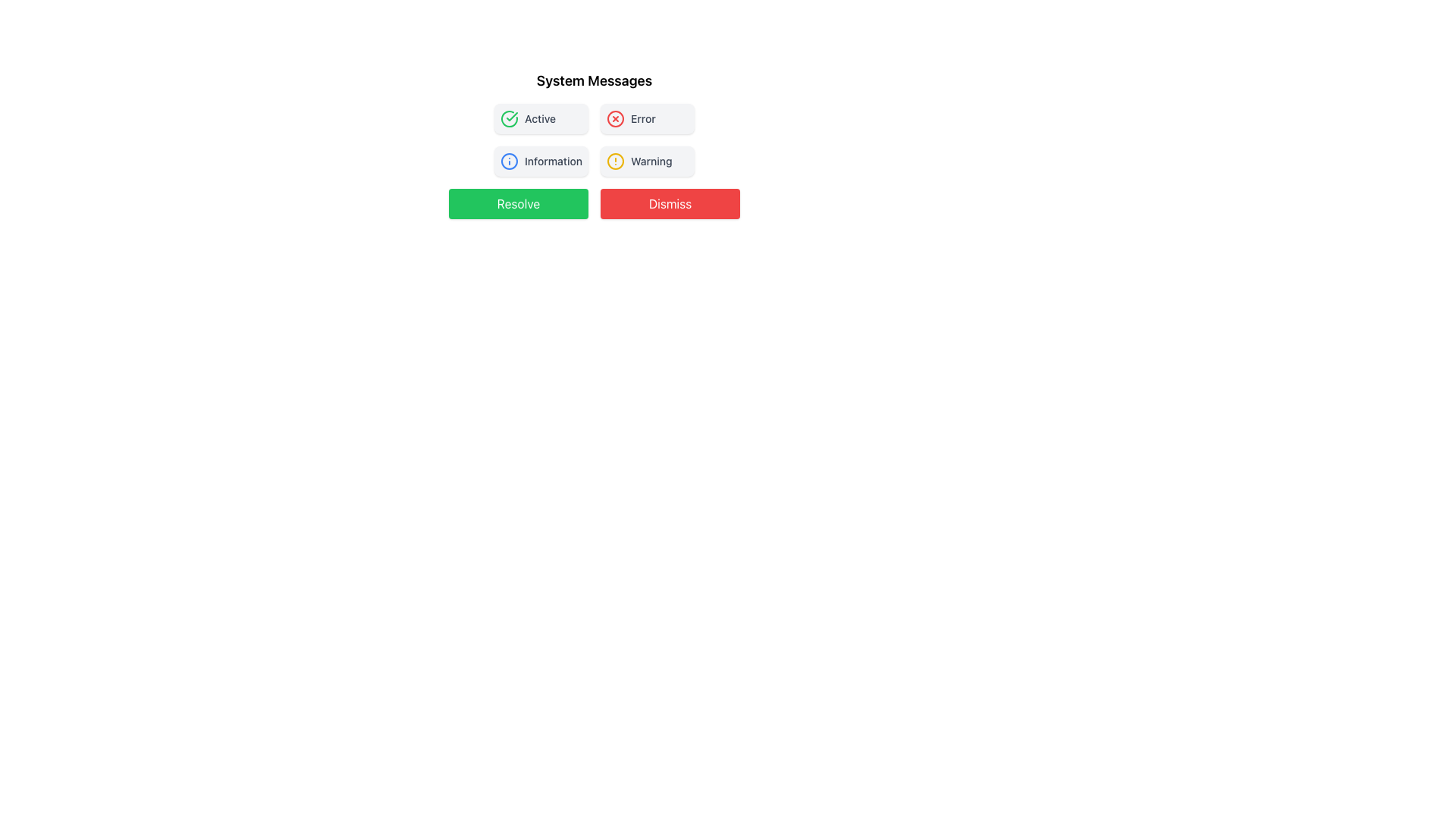 The image size is (1456, 819). I want to click on the 'Active' button in the Grid of buttons with icons and labels, so click(593, 140).